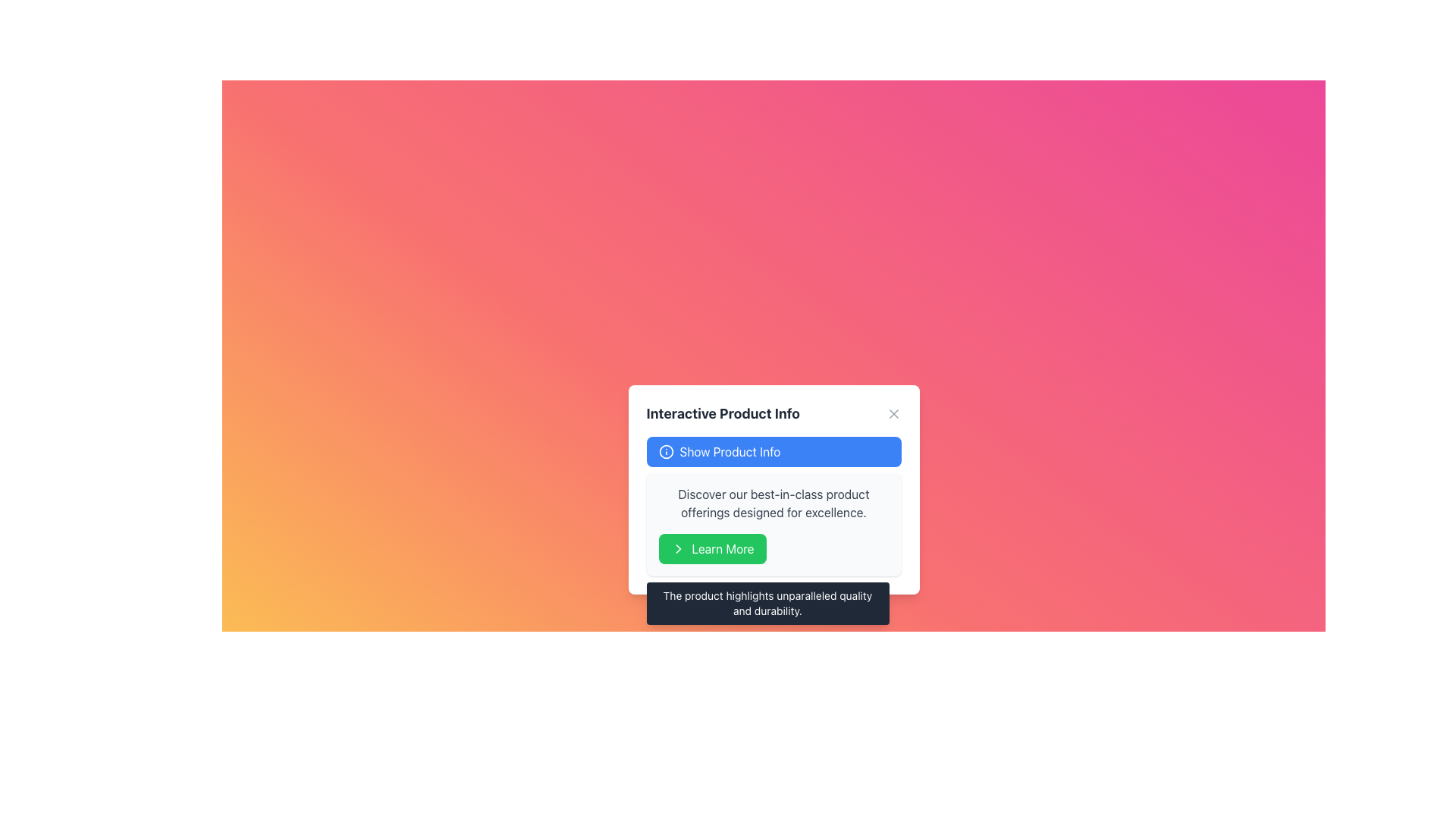  What do you see at coordinates (773, 503) in the screenshot?
I see `the text label that reads 'Discover our best-in-class product offerings designed for excellence.' which is styled with a gray font on a light background and located above the green 'Learn More' button` at bounding box center [773, 503].